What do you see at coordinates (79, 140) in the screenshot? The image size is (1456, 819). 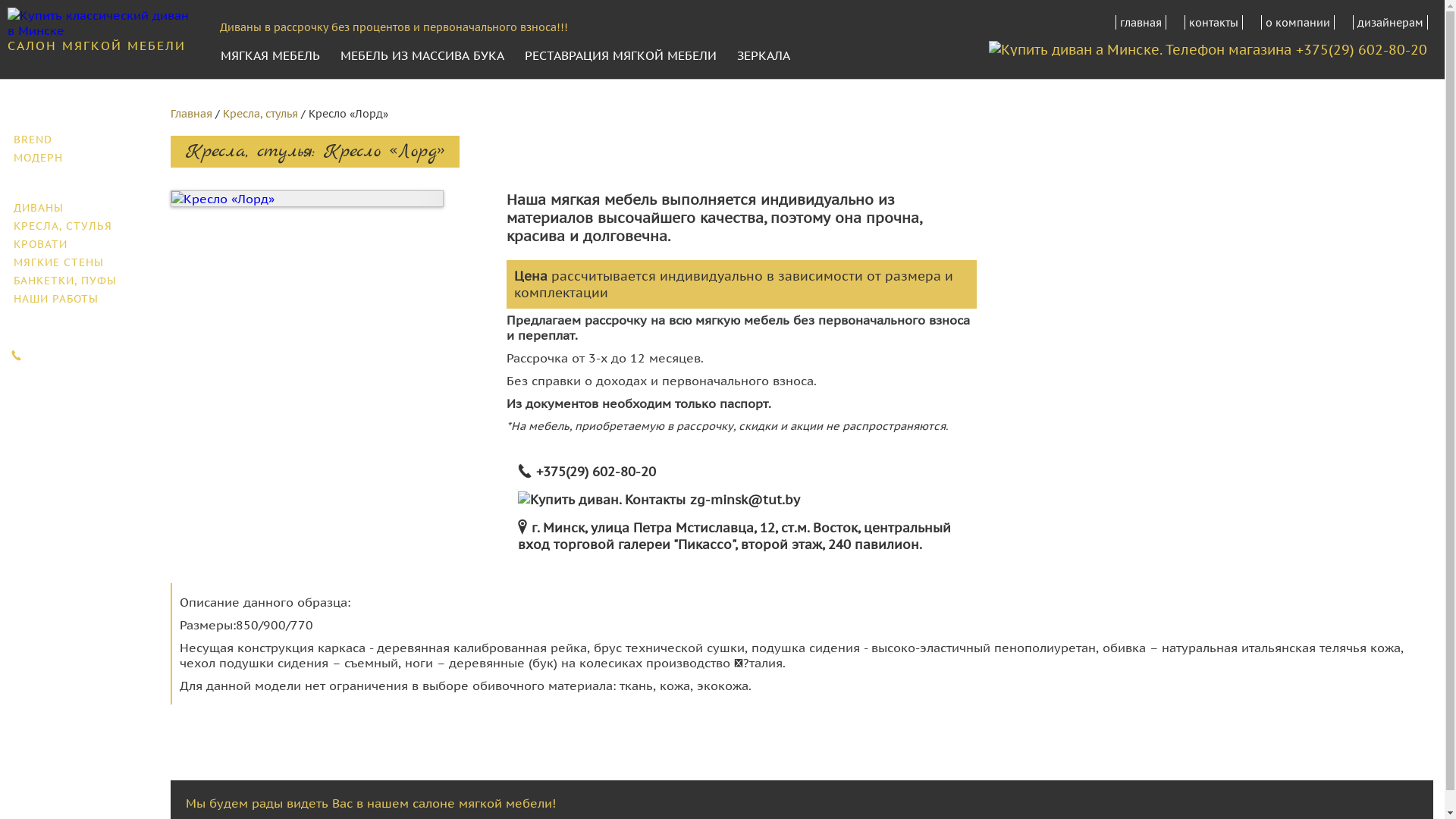 I see `'BREND'` at bounding box center [79, 140].